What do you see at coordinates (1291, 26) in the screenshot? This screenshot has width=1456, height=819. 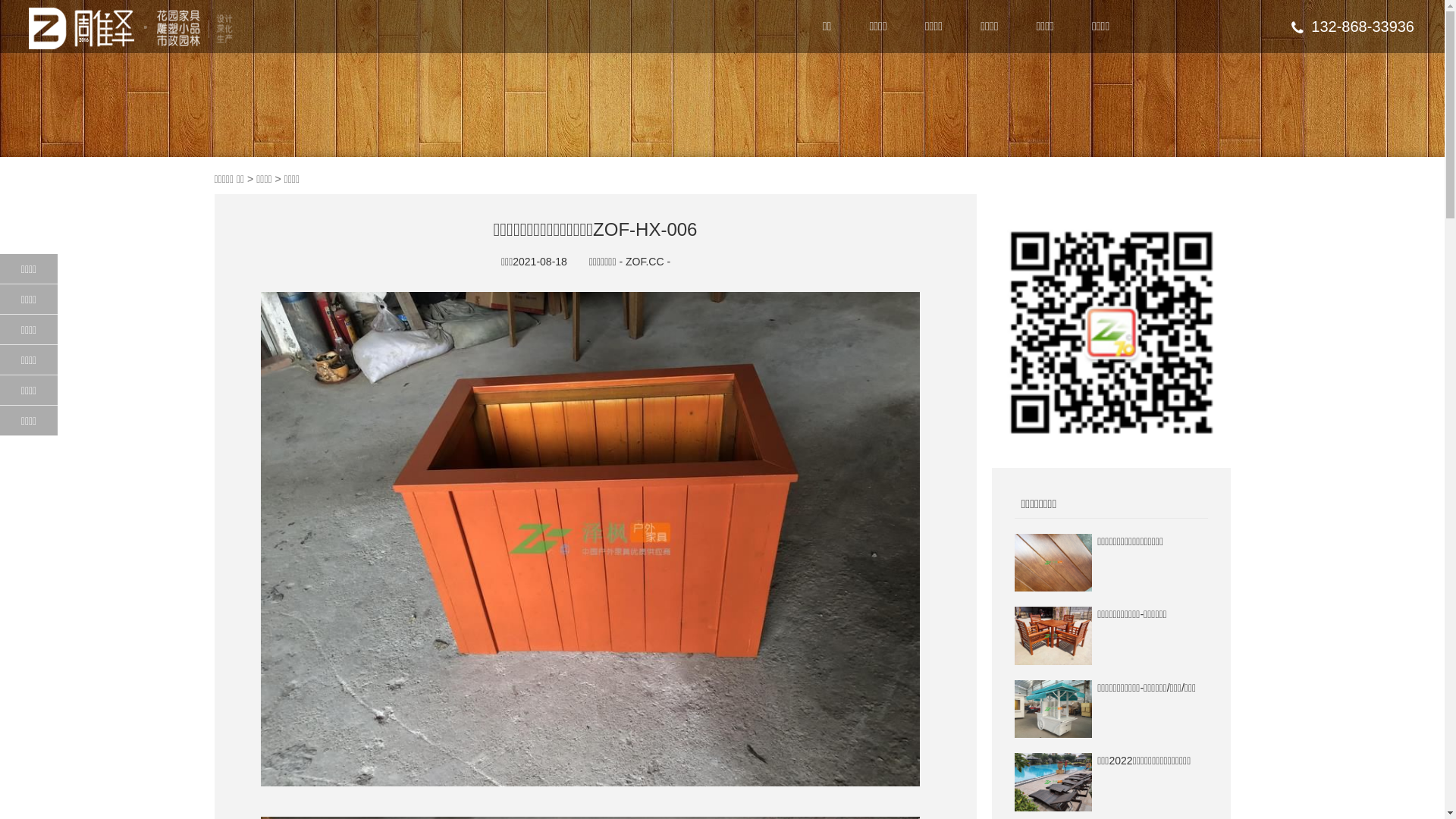 I see `'132-868-33936'` at bounding box center [1291, 26].